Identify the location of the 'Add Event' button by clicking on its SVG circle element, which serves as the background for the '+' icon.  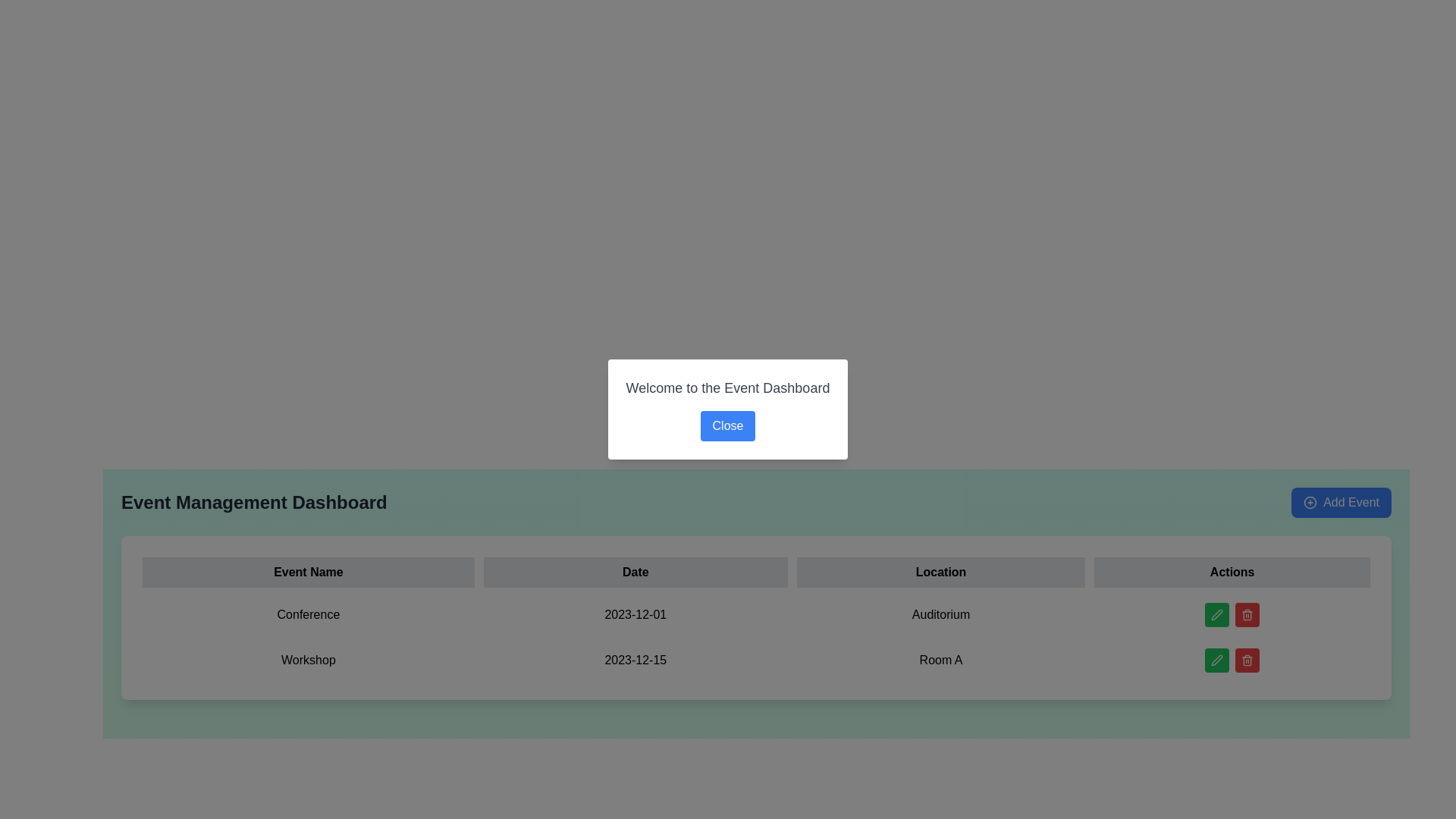
(1310, 503).